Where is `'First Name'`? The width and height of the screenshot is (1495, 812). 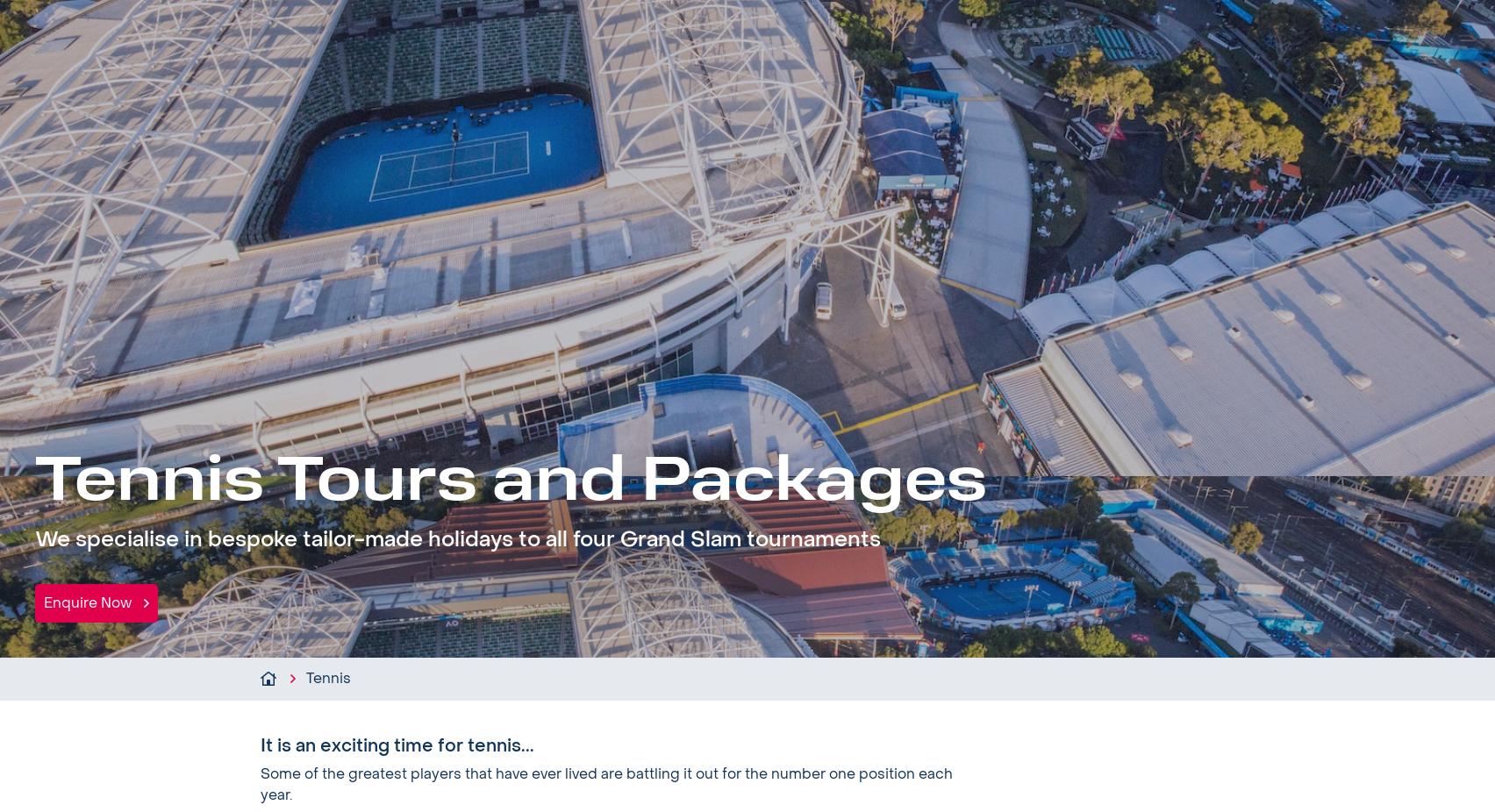
'First Name' is located at coordinates (463, 722).